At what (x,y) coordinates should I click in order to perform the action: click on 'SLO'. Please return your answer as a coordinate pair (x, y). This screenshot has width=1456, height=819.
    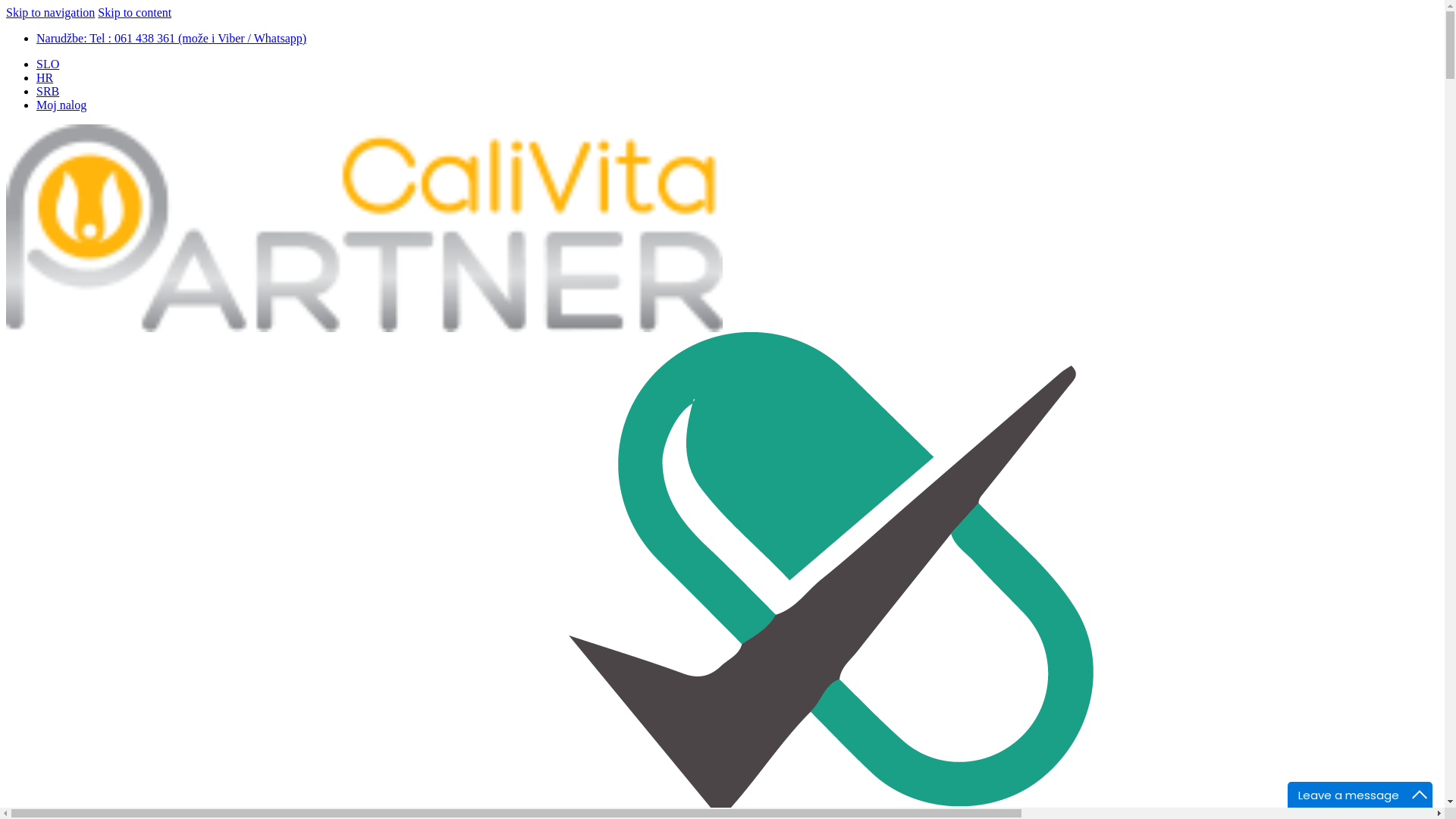
    Looking at the image, I should click on (47, 63).